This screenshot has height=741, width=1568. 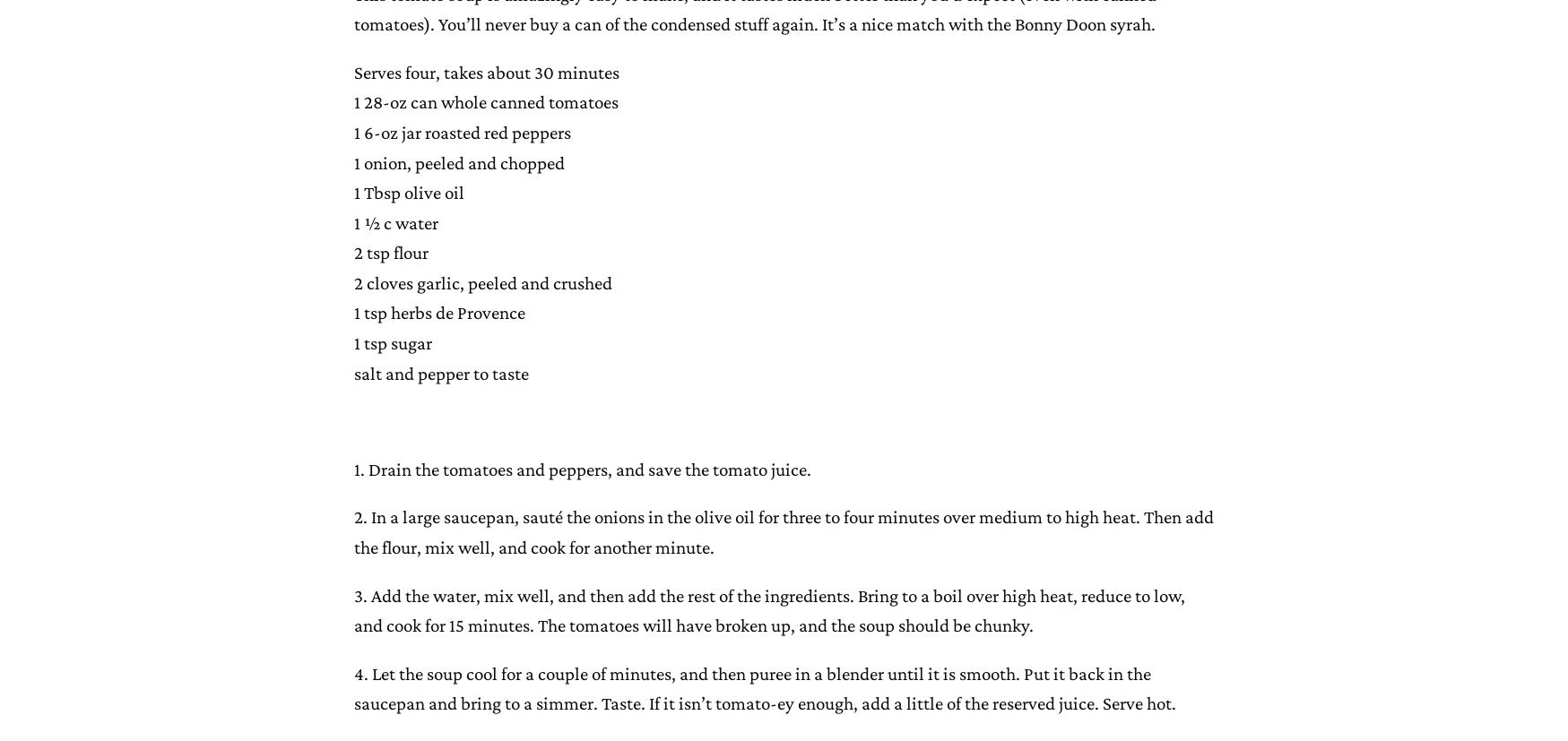 What do you see at coordinates (484, 100) in the screenshot?
I see `'1 28-oz can whole canned tomatoes'` at bounding box center [484, 100].